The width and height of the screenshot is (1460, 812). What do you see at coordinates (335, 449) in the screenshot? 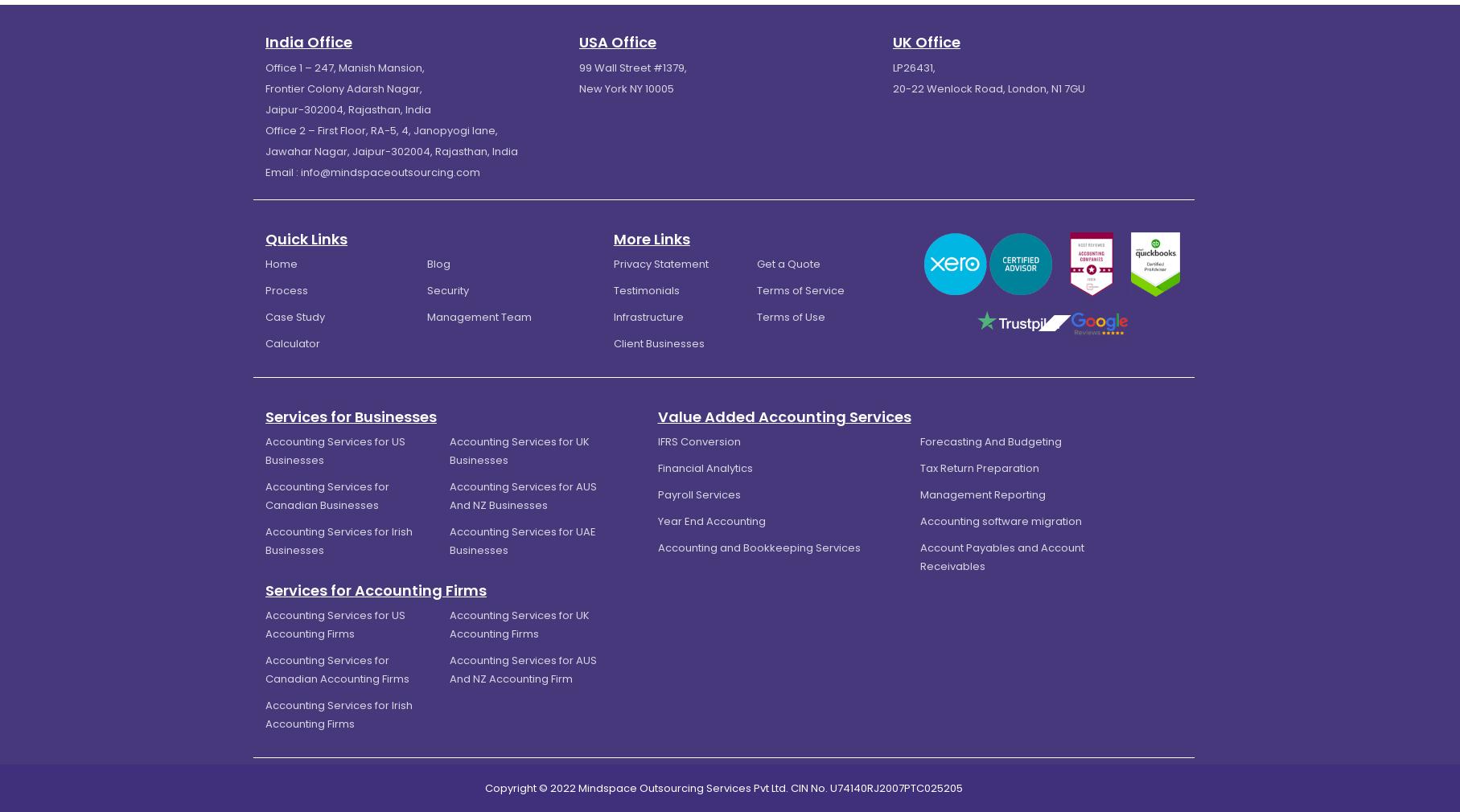
I see `'Accounting Services for US Businesses'` at bounding box center [335, 449].